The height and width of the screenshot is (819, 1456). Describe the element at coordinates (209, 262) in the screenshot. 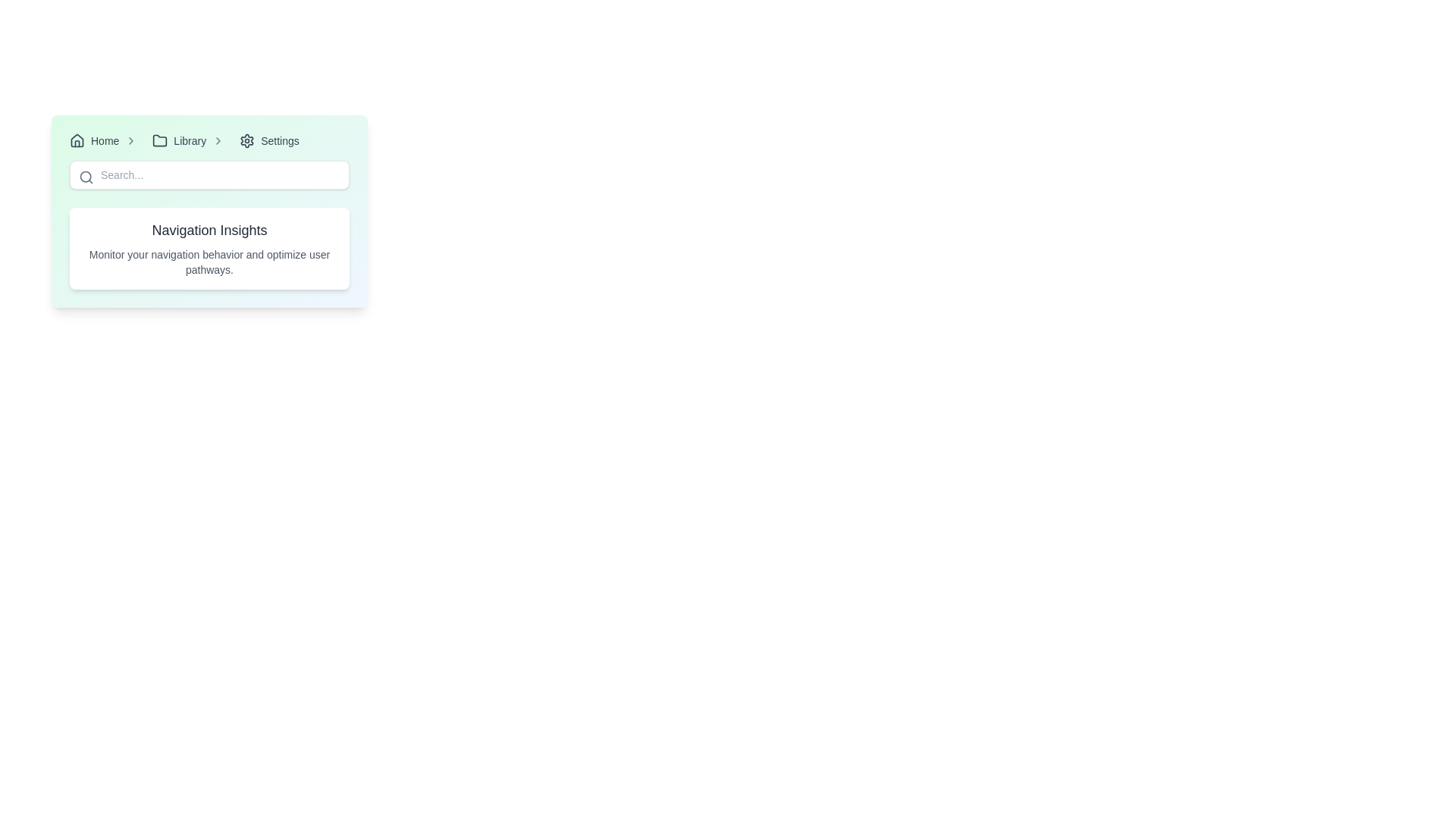

I see `the static informative text displaying 'Monitor your navigation behavior and optimize user pathways.' which is located below the heading 'Navigation Insights'` at that location.